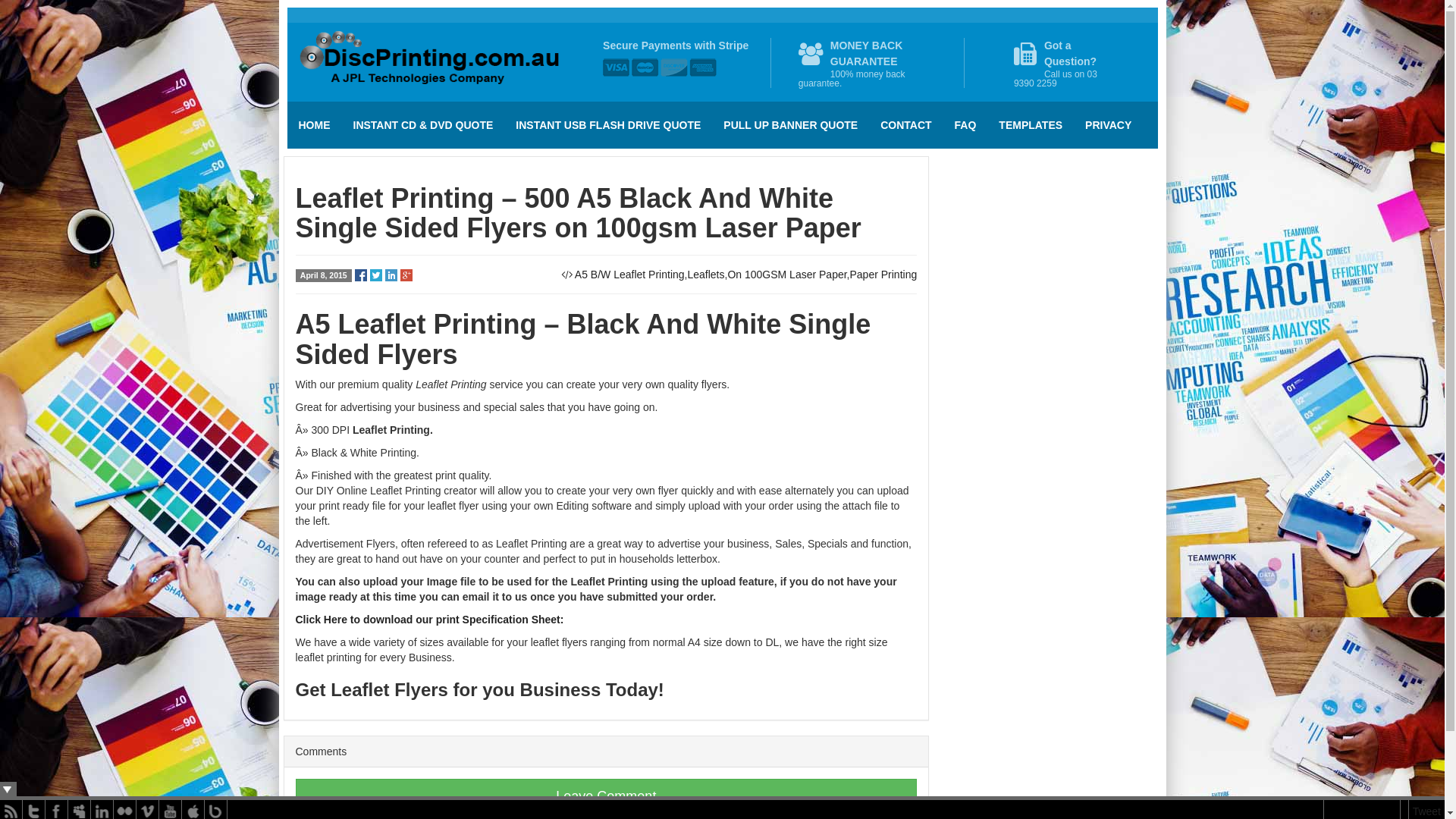 The image size is (1456, 819). I want to click on 'CONTACT', so click(905, 124).